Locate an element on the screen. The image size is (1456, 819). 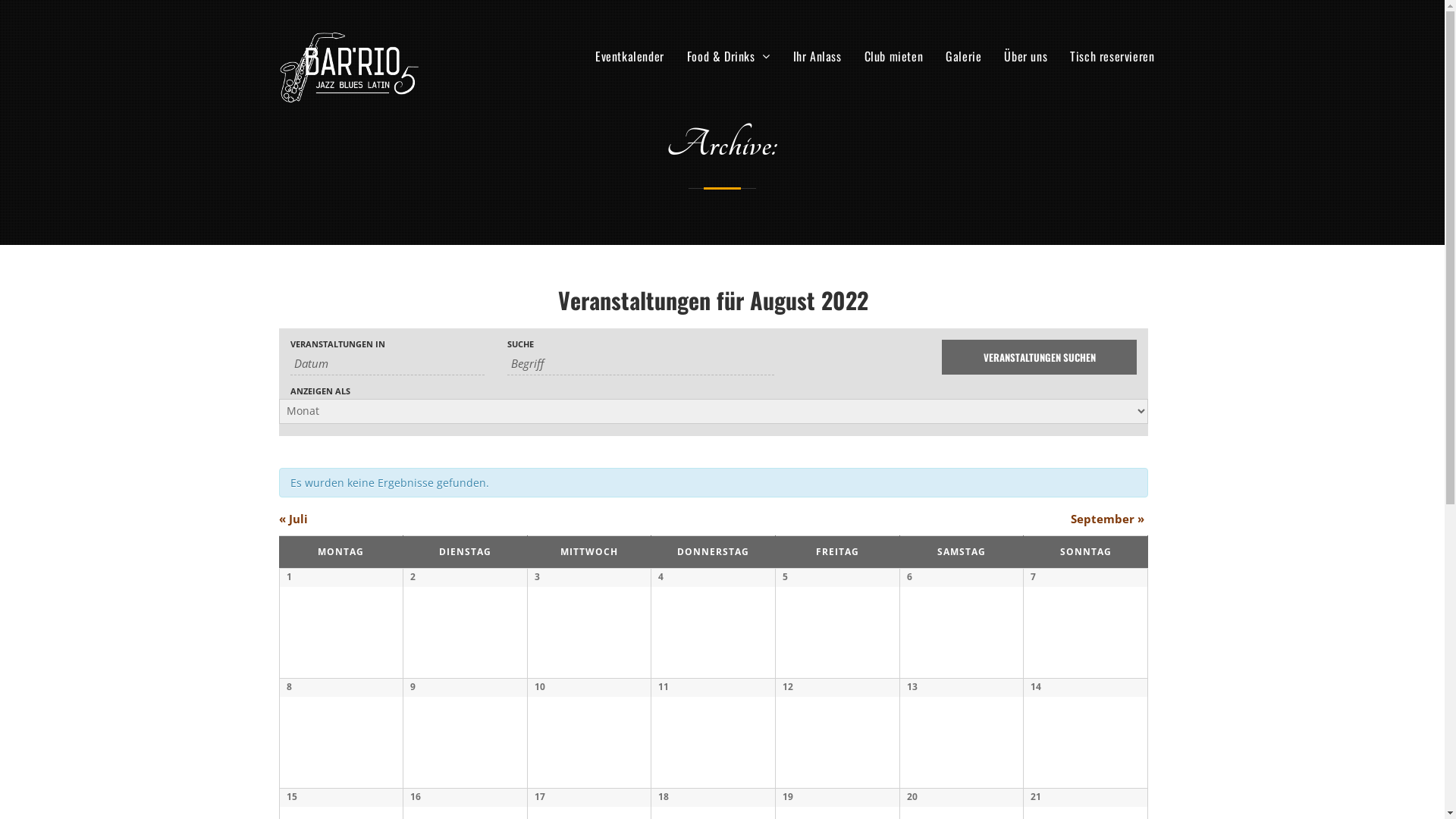
'Ihr Anlass' is located at coordinates (786, 55).